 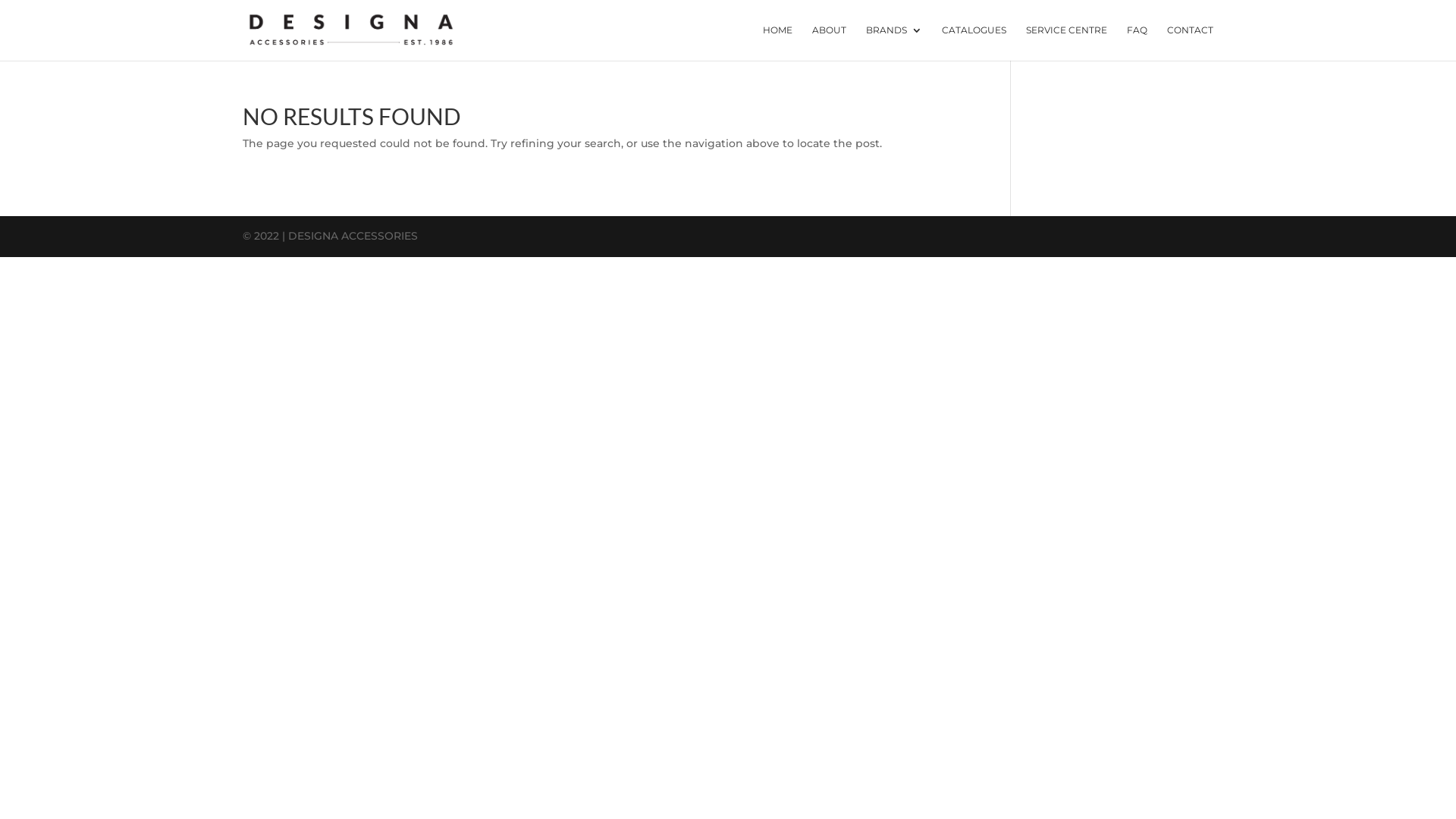 I want to click on 'HOME', so click(x=763, y=42).